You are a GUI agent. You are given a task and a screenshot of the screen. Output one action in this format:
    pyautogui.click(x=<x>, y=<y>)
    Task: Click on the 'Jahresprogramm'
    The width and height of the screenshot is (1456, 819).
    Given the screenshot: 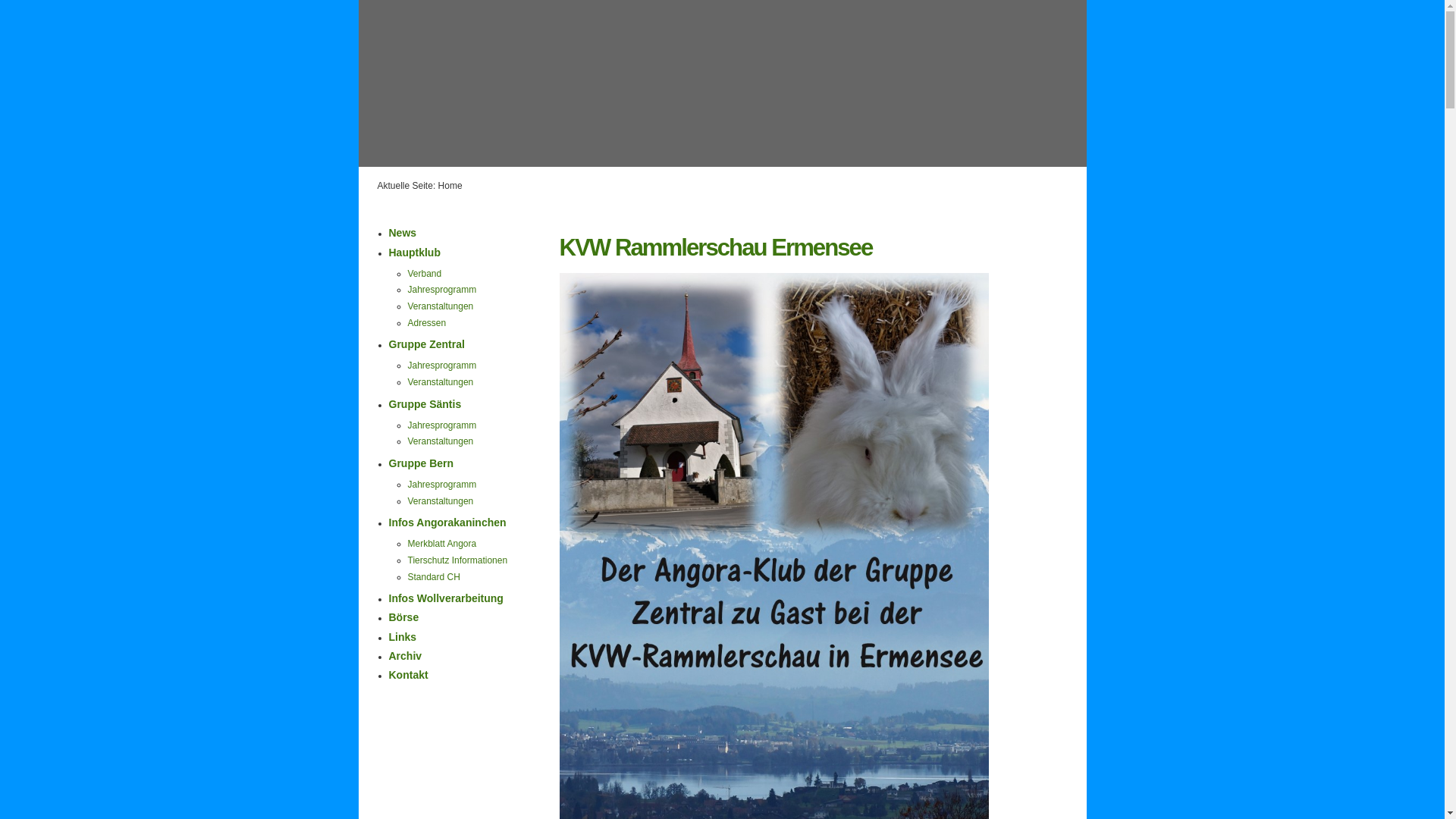 What is the action you would take?
    pyautogui.click(x=441, y=289)
    